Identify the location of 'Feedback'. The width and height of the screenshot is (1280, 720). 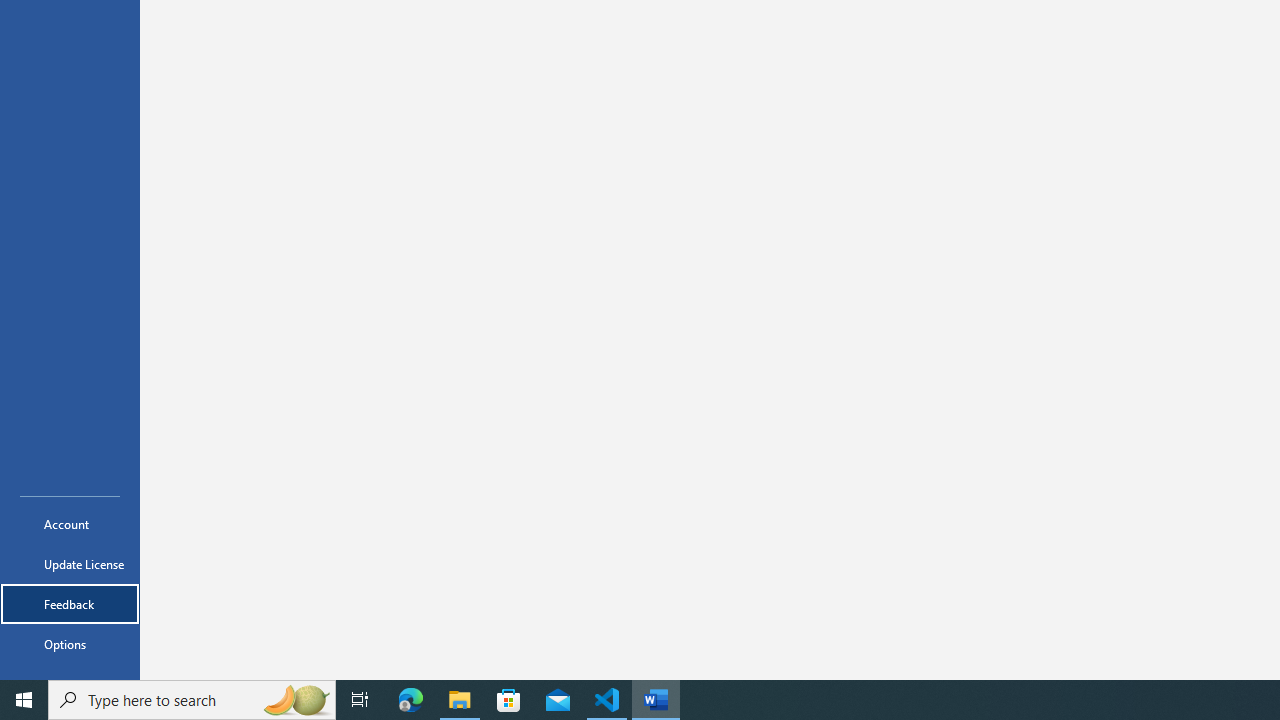
(69, 603).